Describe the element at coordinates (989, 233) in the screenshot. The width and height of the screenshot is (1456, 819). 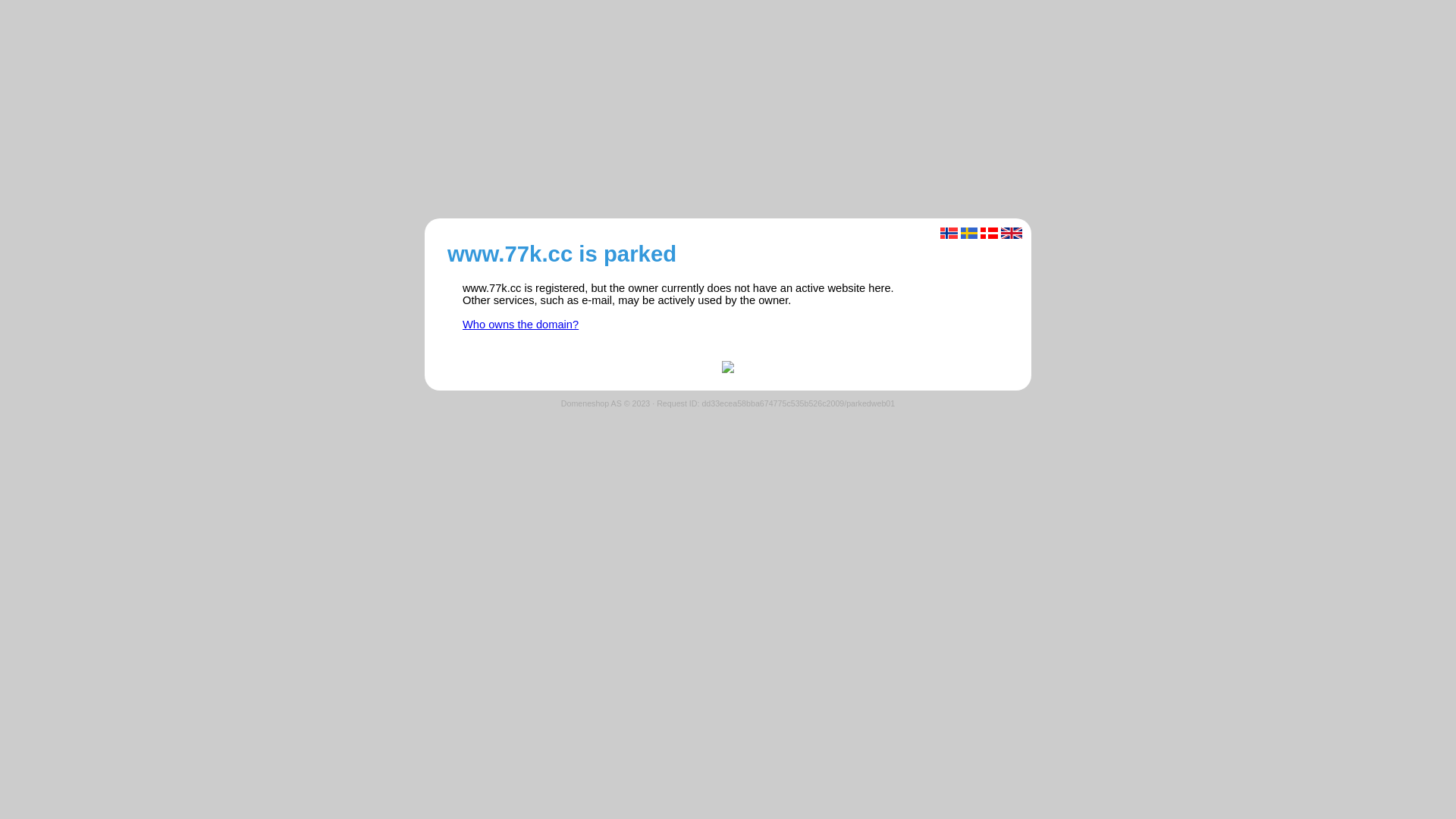
I see `'Dansk'` at that location.